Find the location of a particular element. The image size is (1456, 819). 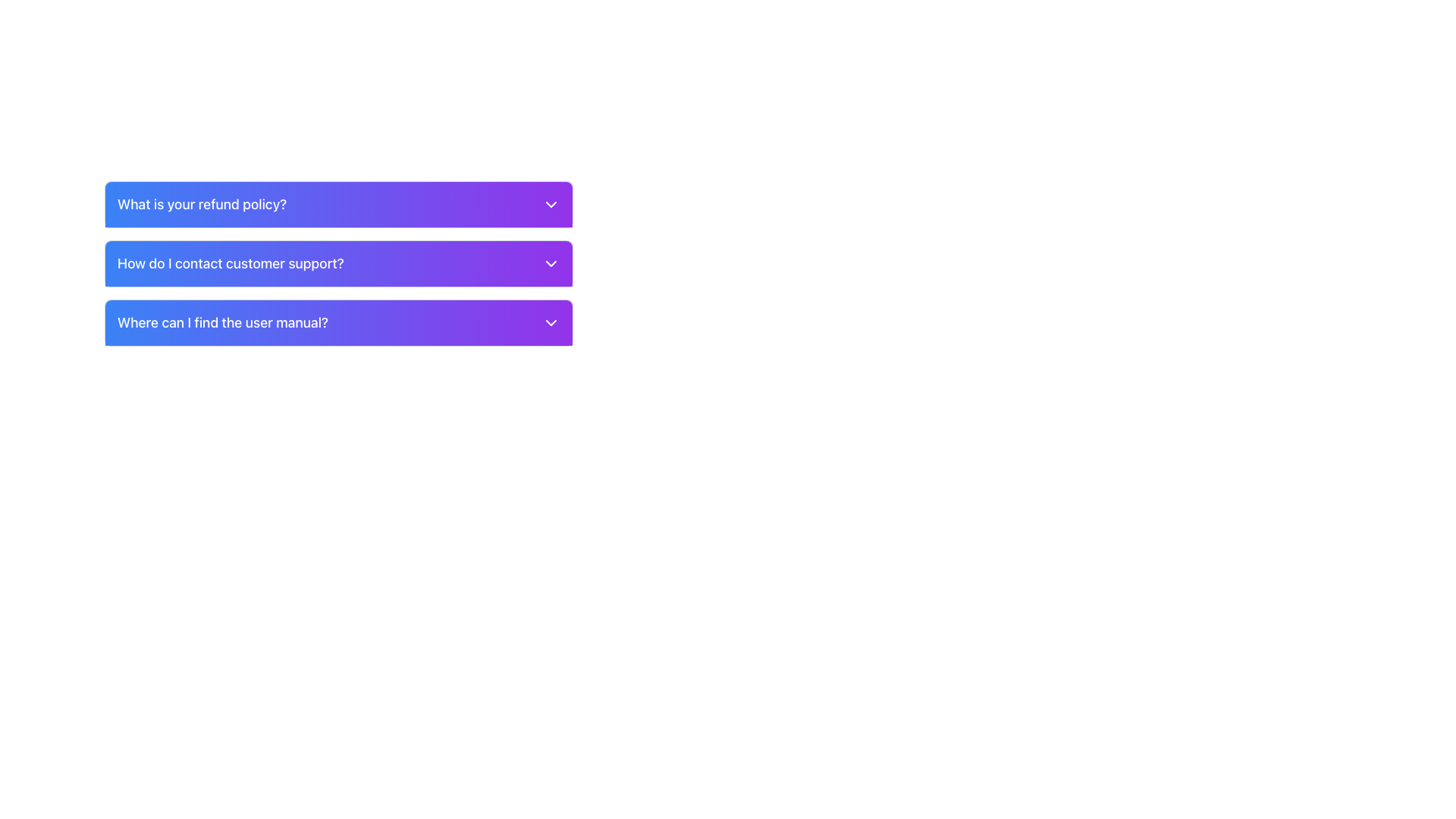

collapsible header that reveals detailed information about the refund policy when clicked is located at coordinates (337, 205).